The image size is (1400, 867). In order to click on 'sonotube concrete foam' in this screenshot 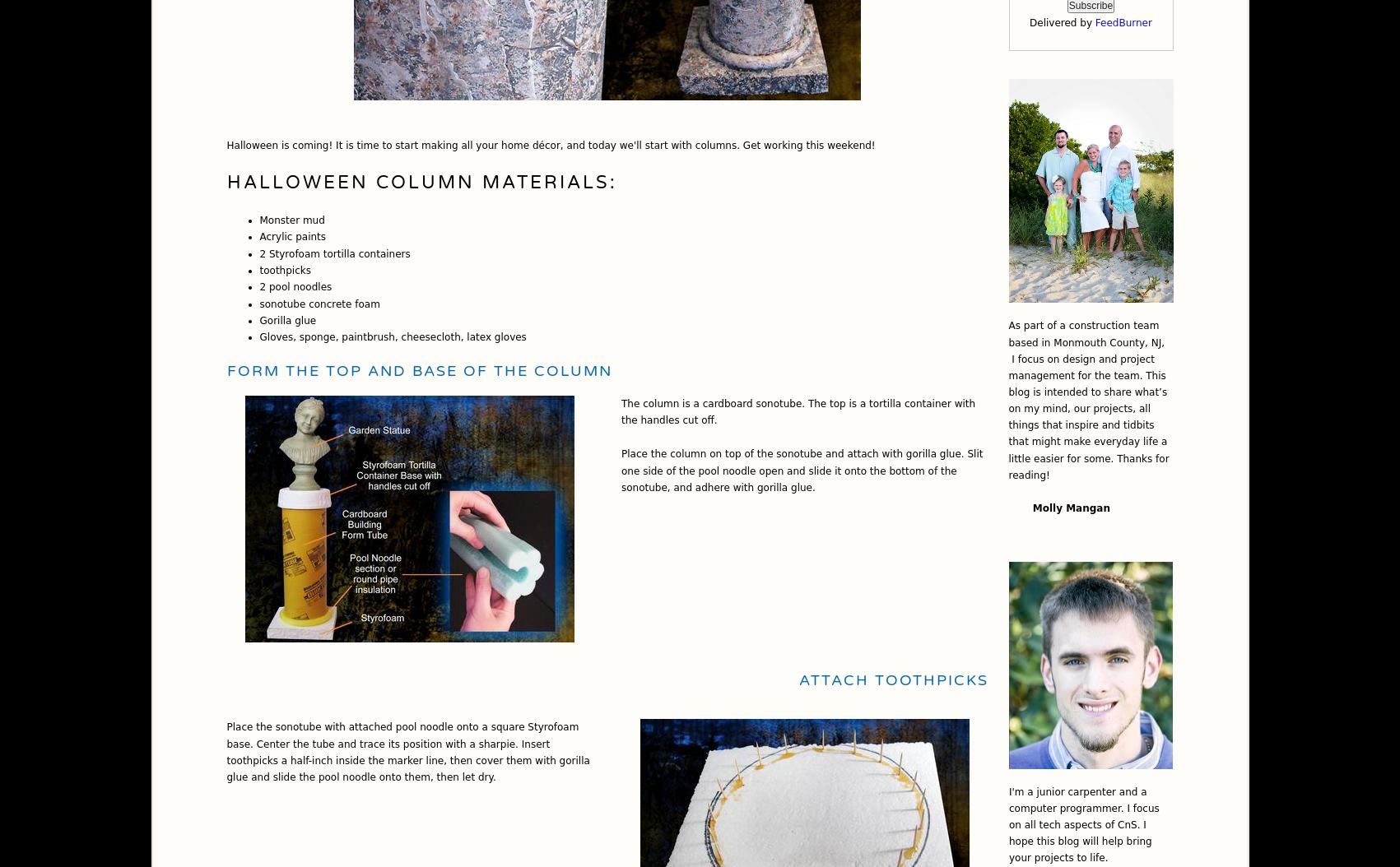, I will do `click(318, 304)`.